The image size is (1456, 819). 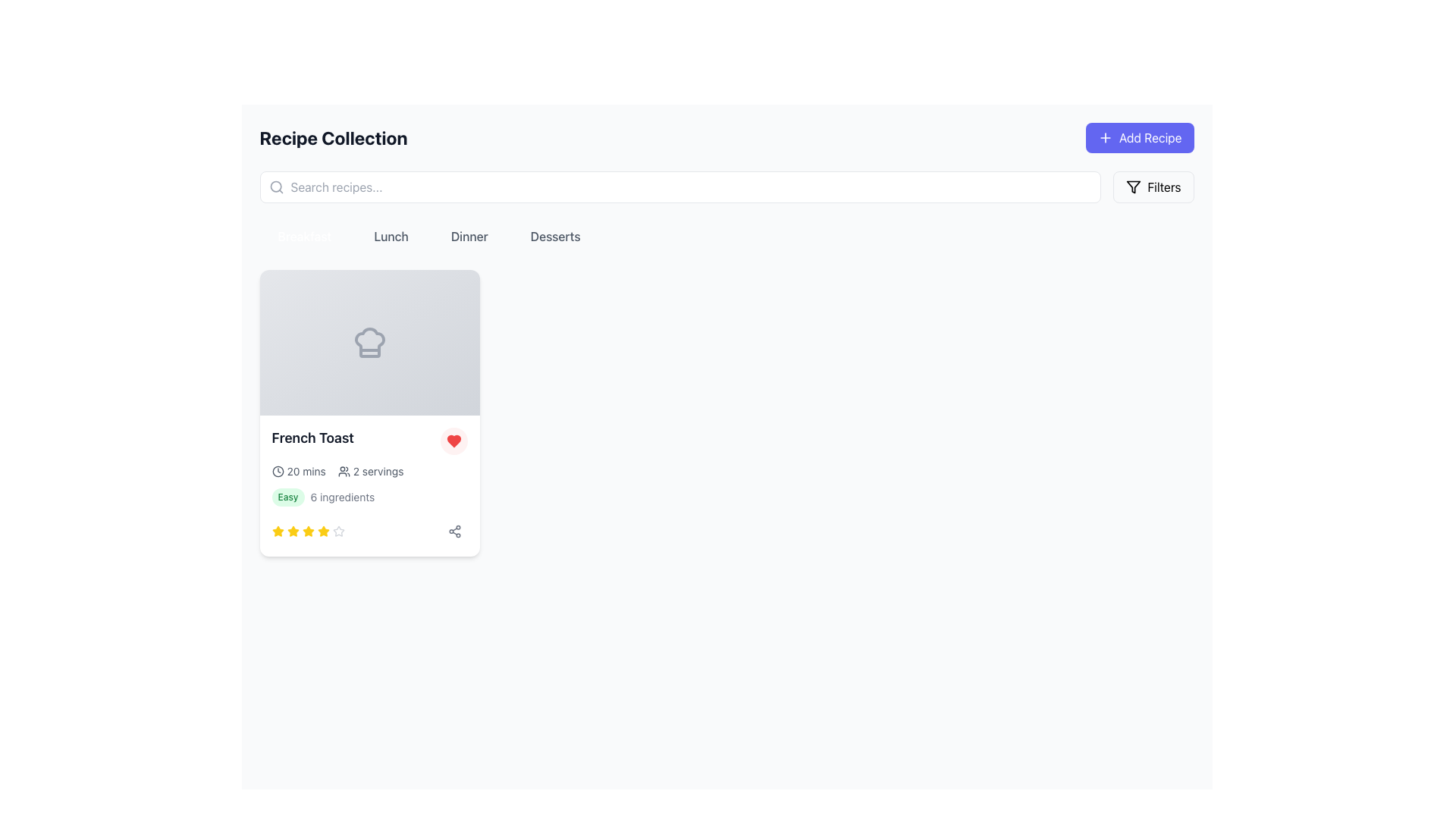 I want to click on the fifth star icon in the rating system for the 'French Toast' review, so click(x=322, y=531).